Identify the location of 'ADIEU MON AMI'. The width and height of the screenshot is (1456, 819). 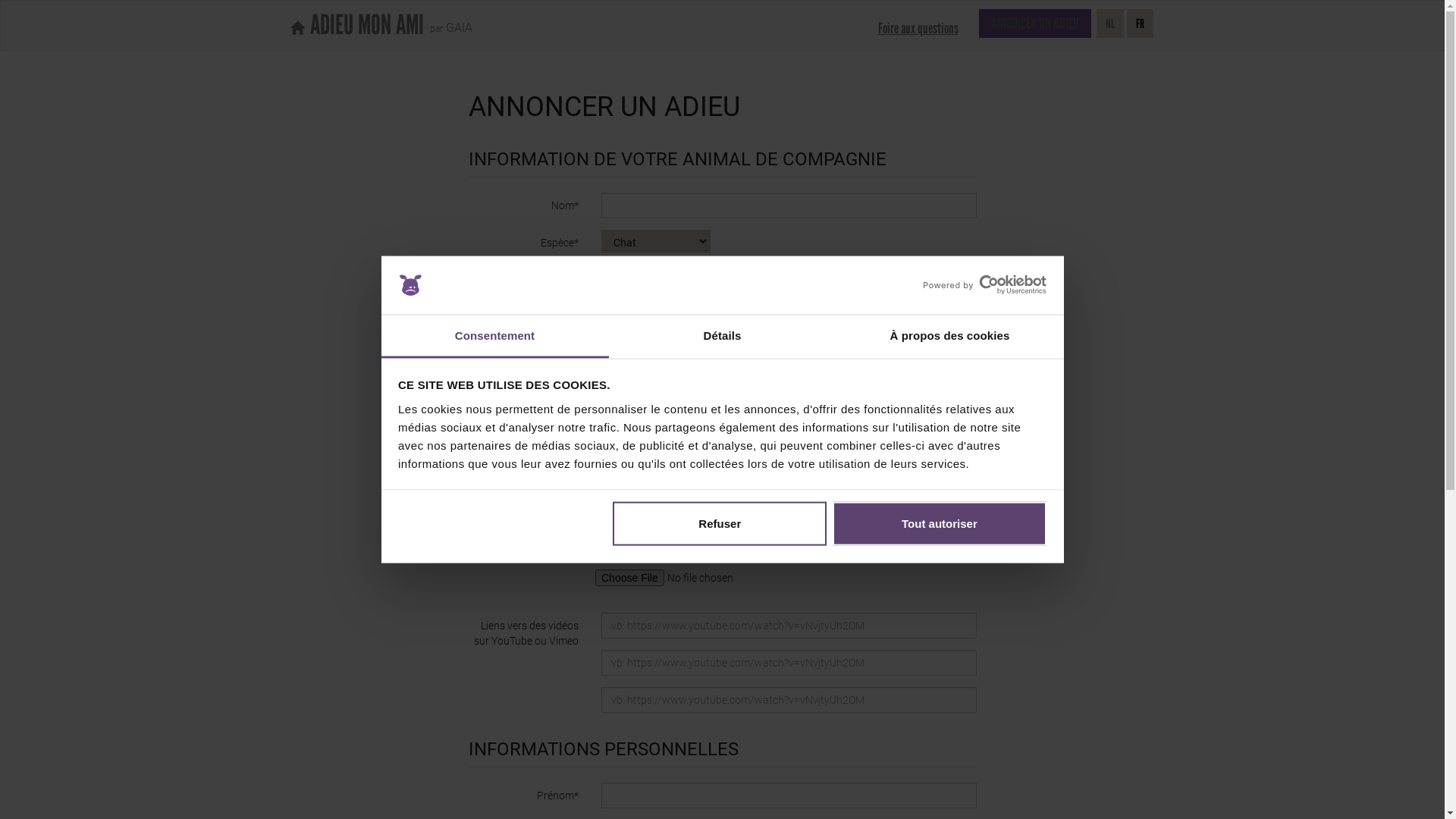
(356, 25).